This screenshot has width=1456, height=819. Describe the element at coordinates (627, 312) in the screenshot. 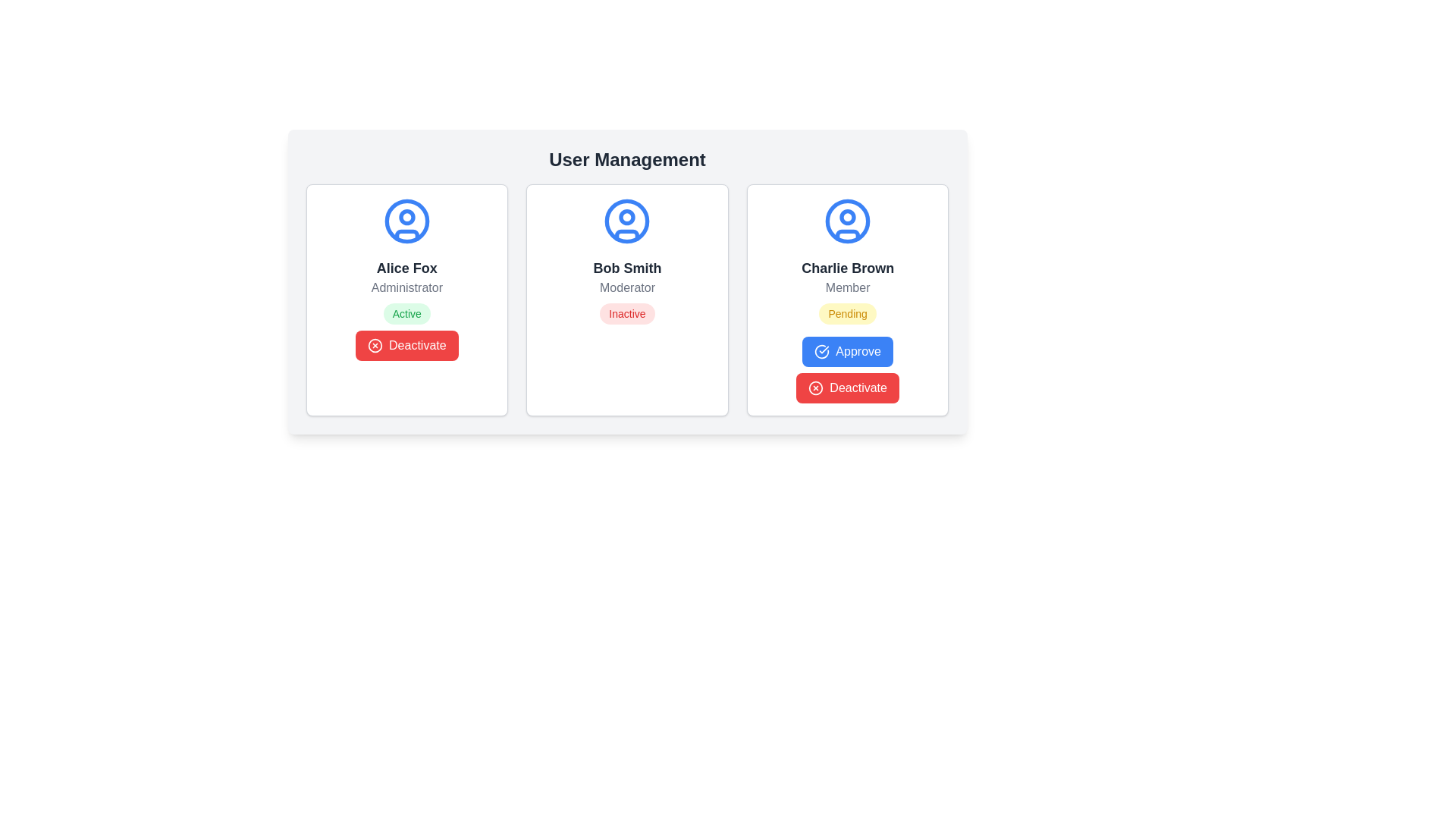

I see `the Status badge indicating 'Inactive' located at the bottom of the user card for 'Bob Smith', a Moderator` at that location.